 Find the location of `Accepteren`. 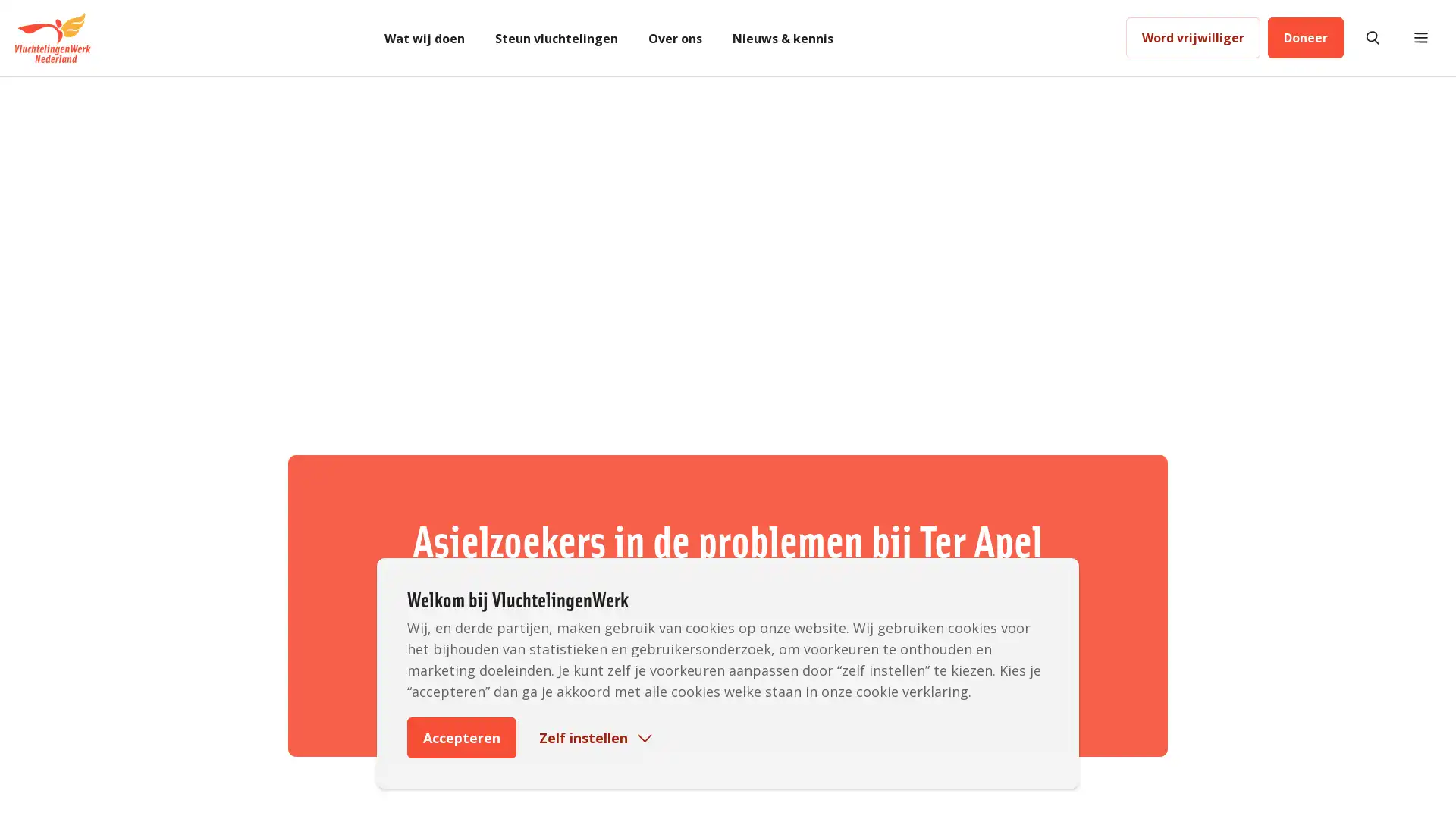

Accepteren is located at coordinates (460, 736).